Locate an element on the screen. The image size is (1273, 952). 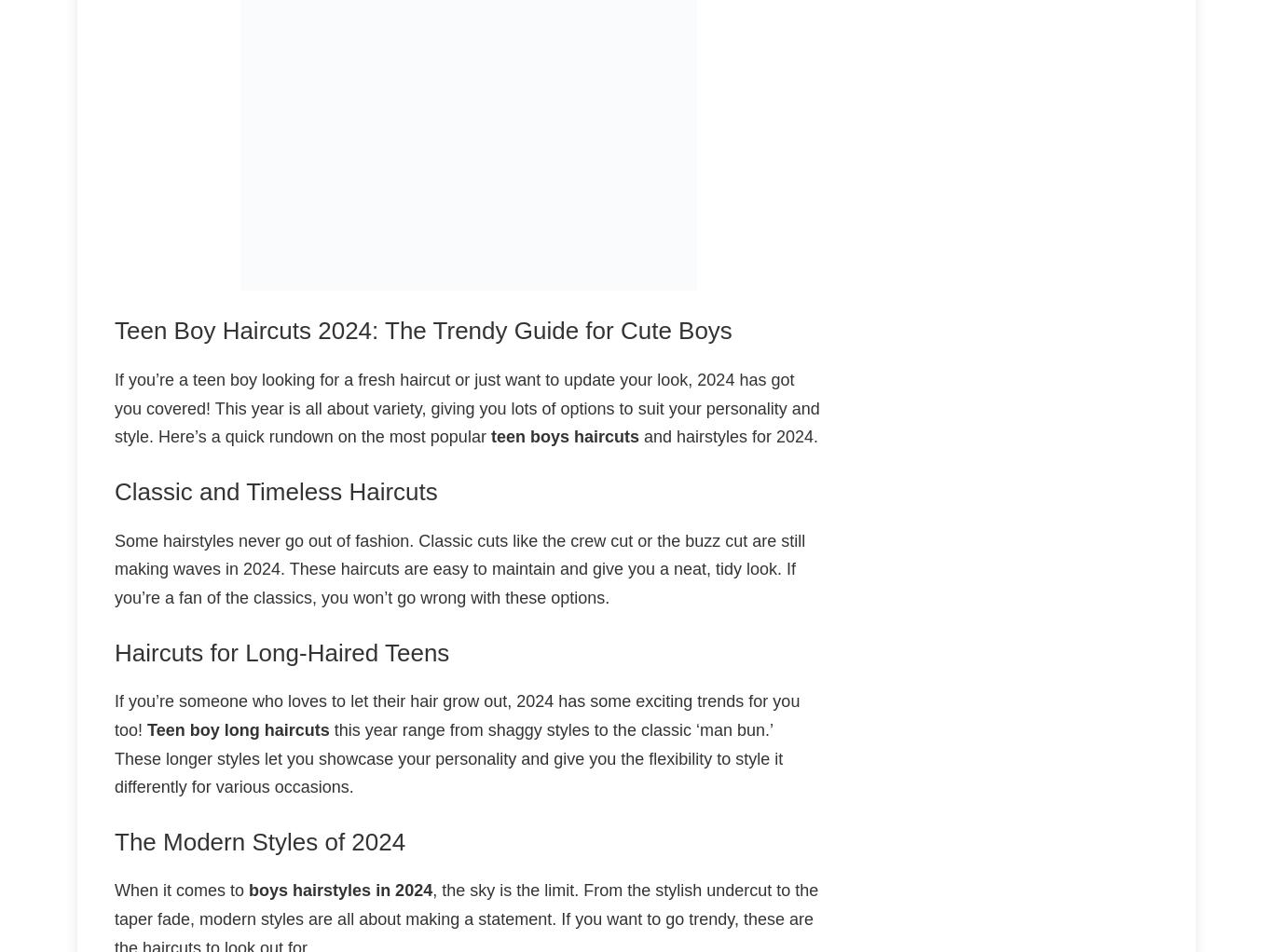
'boys hairstyles in 2024' is located at coordinates (339, 889).